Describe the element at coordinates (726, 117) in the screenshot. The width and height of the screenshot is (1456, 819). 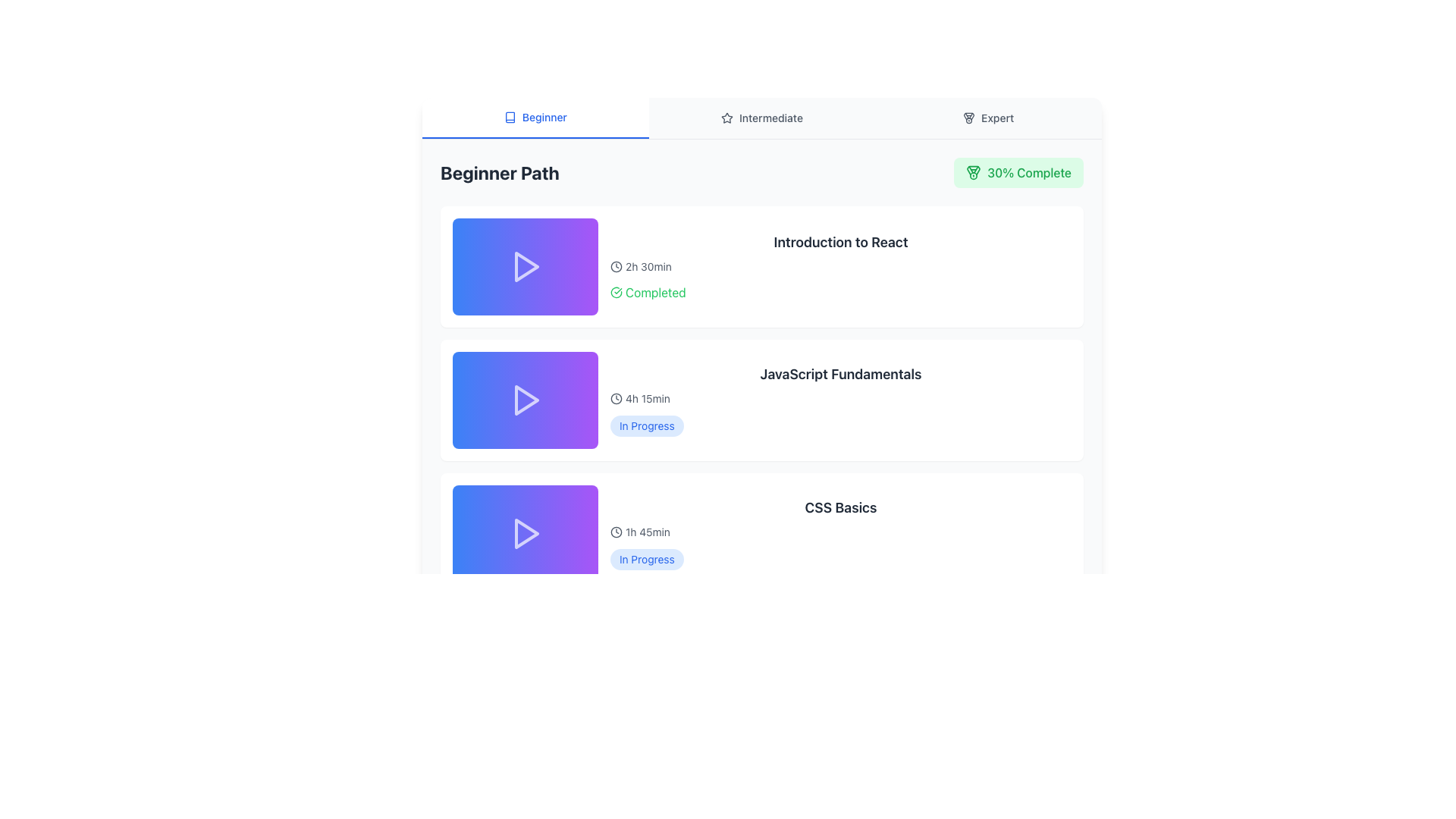
I see `the center of the icon located in the top-right section of the interface for interaction, which may relate to rating or bookmarking content` at that location.